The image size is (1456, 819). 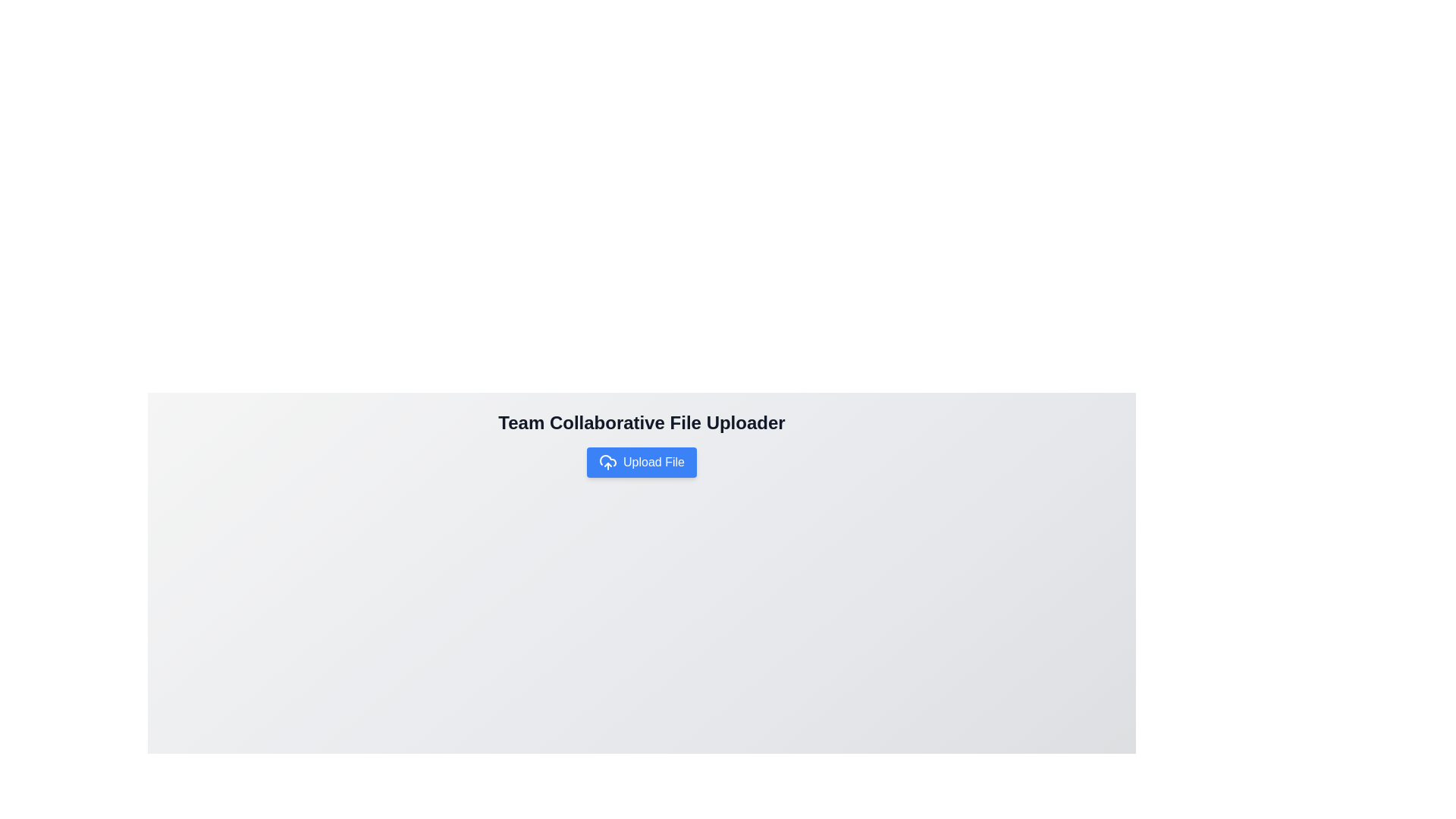 I want to click on the cloud icon located within the 'Upload File' button, specifically centered inside the circular portion of the cloud icon, so click(x=607, y=460).